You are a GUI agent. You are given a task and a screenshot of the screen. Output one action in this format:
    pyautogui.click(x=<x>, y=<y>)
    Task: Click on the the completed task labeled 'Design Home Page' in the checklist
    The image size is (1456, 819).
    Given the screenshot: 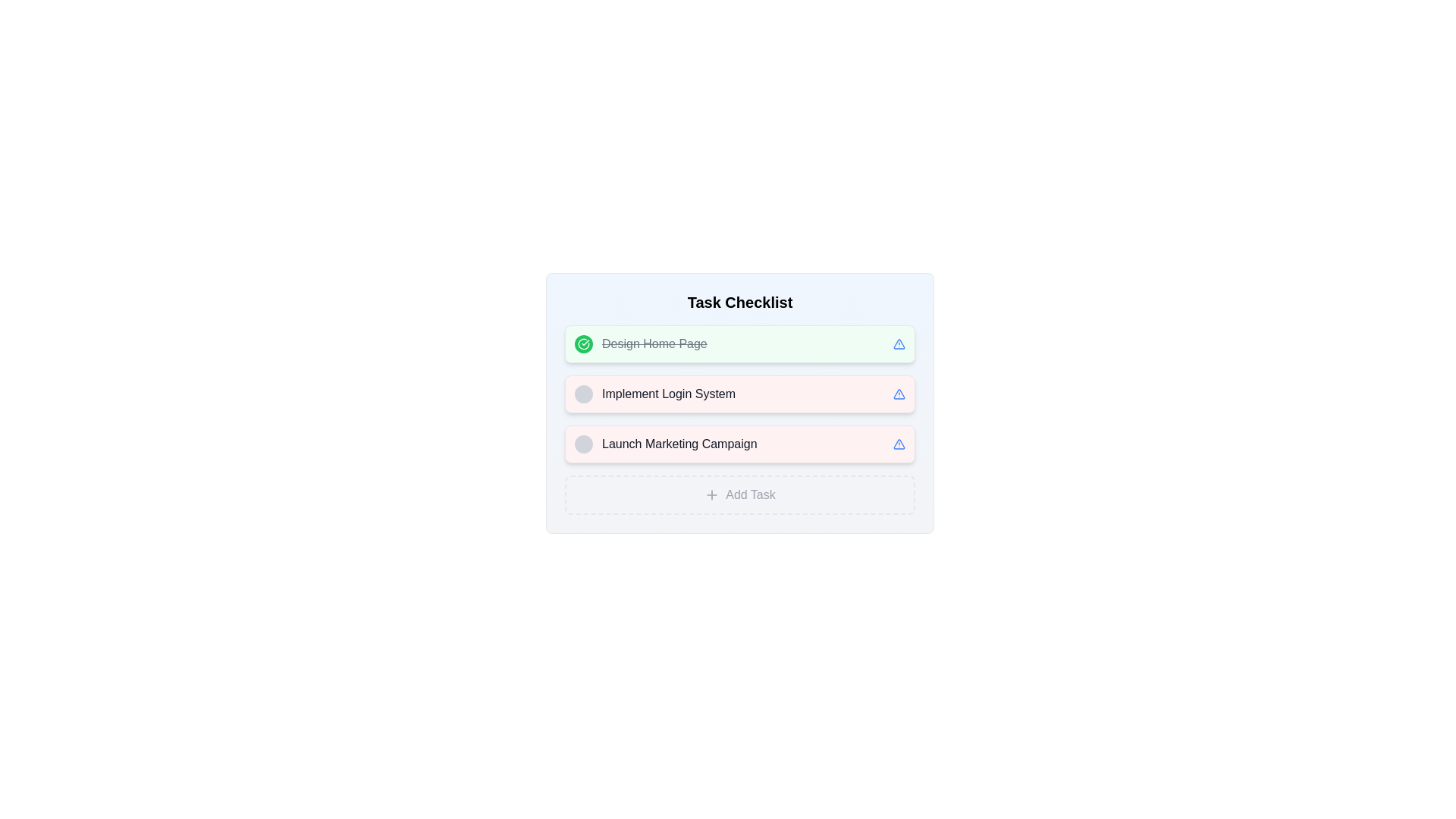 What is the action you would take?
    pyautogui.click(x=641, y=344)
    